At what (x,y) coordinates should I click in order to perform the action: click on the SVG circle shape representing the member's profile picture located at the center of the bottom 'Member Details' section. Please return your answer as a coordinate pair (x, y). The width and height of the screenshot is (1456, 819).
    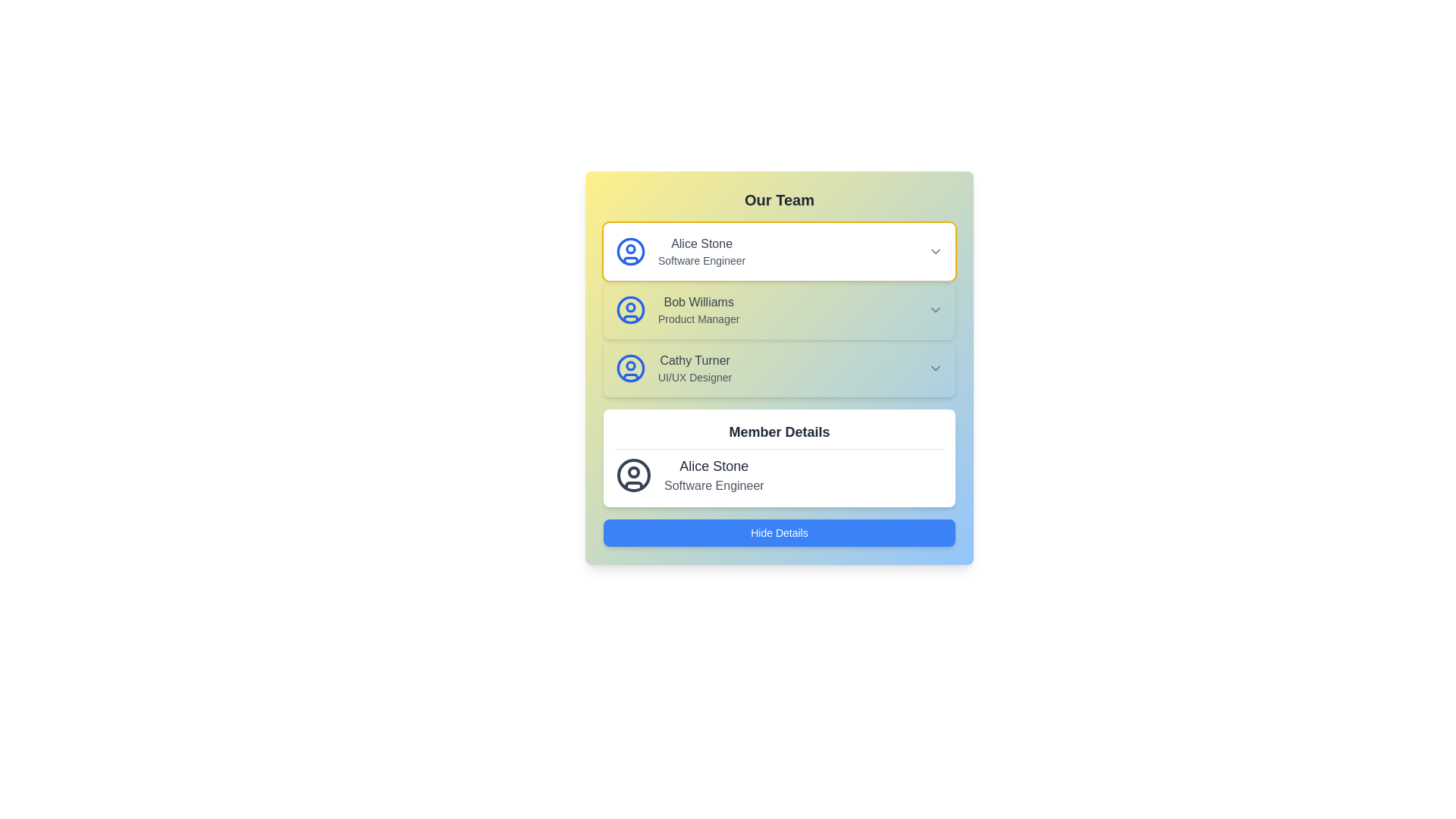
    Looking at the image, I should click on (633, 475).